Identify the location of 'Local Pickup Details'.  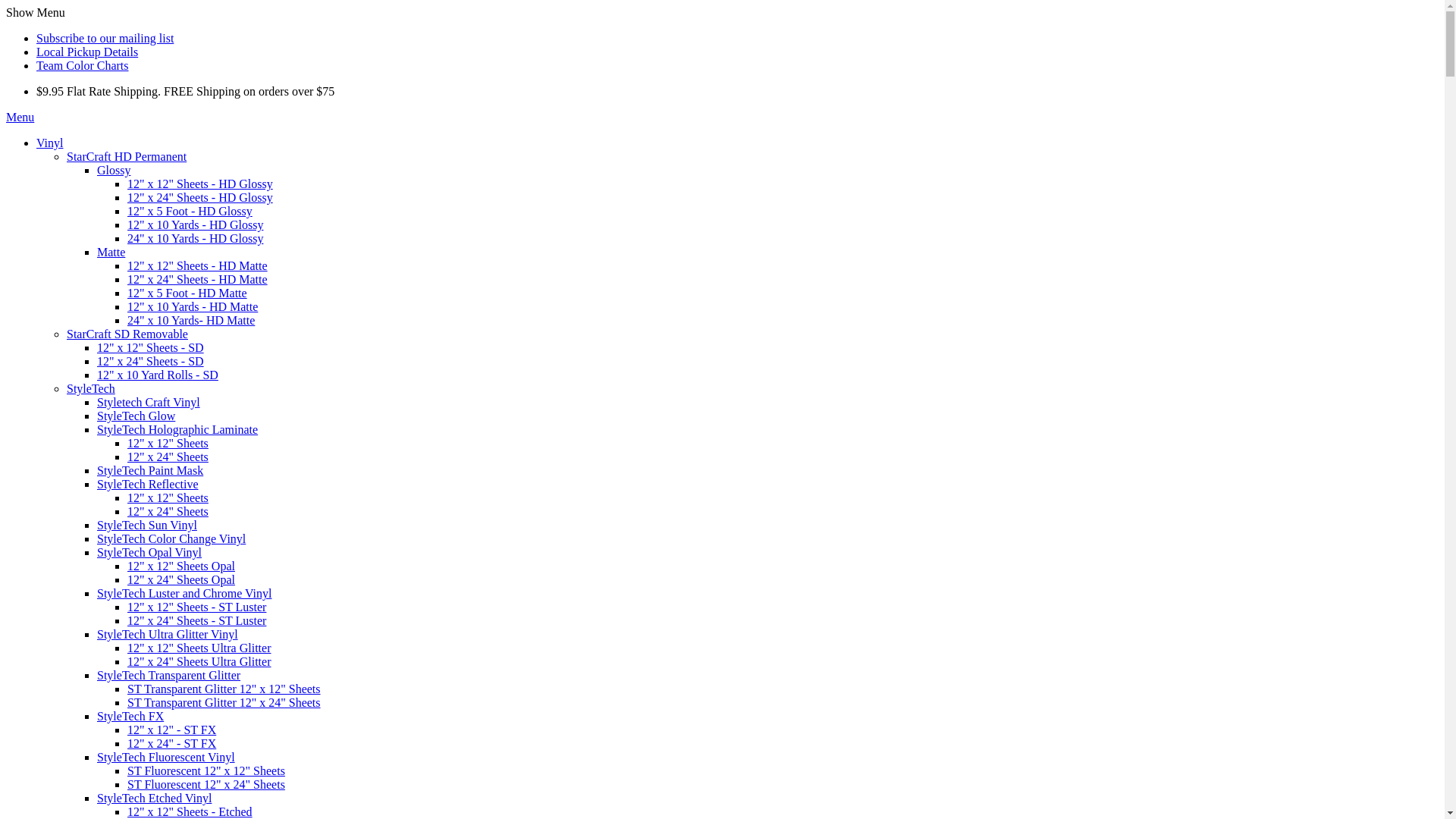
(86, 51).